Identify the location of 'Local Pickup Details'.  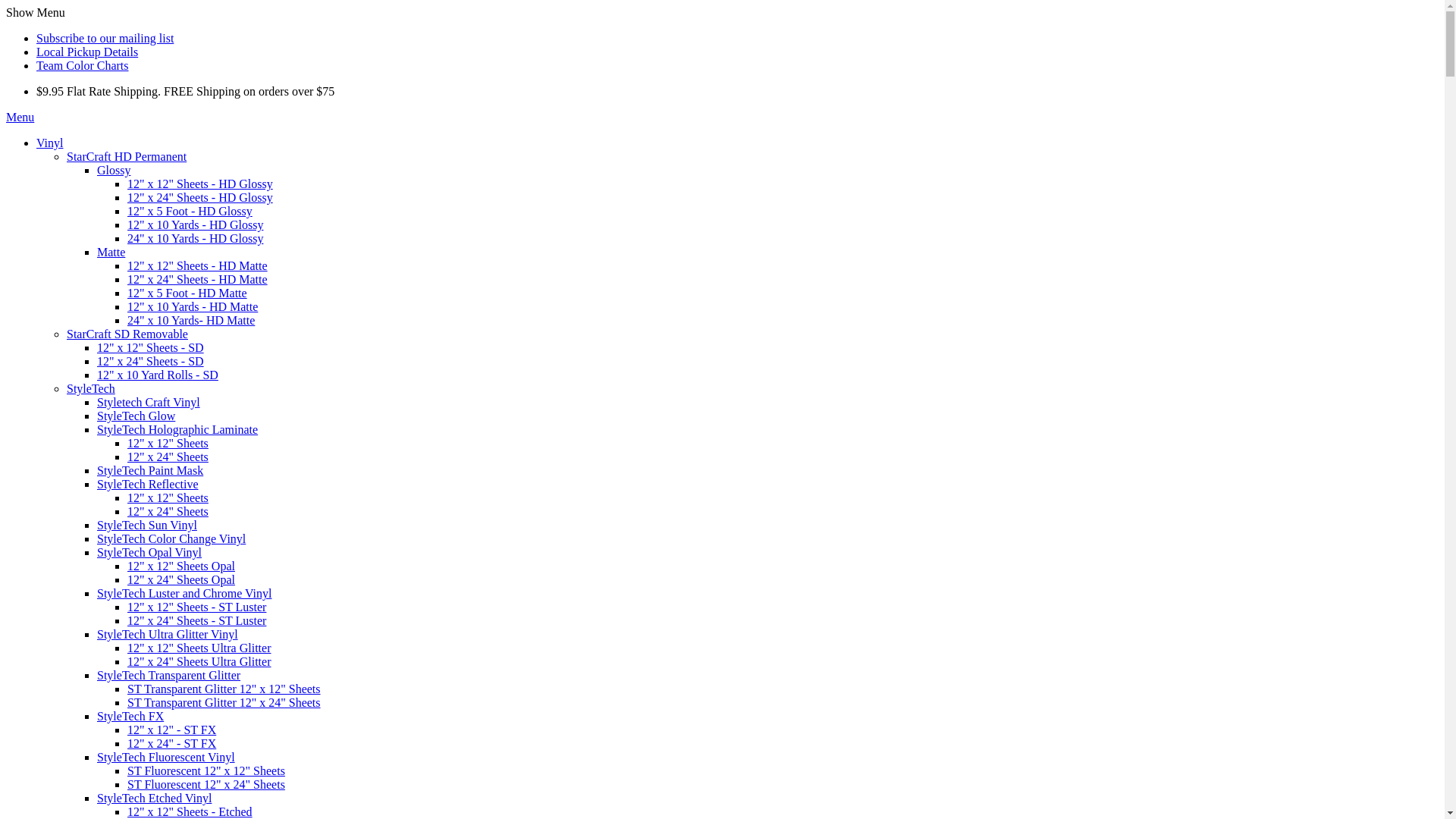
(86, 51).